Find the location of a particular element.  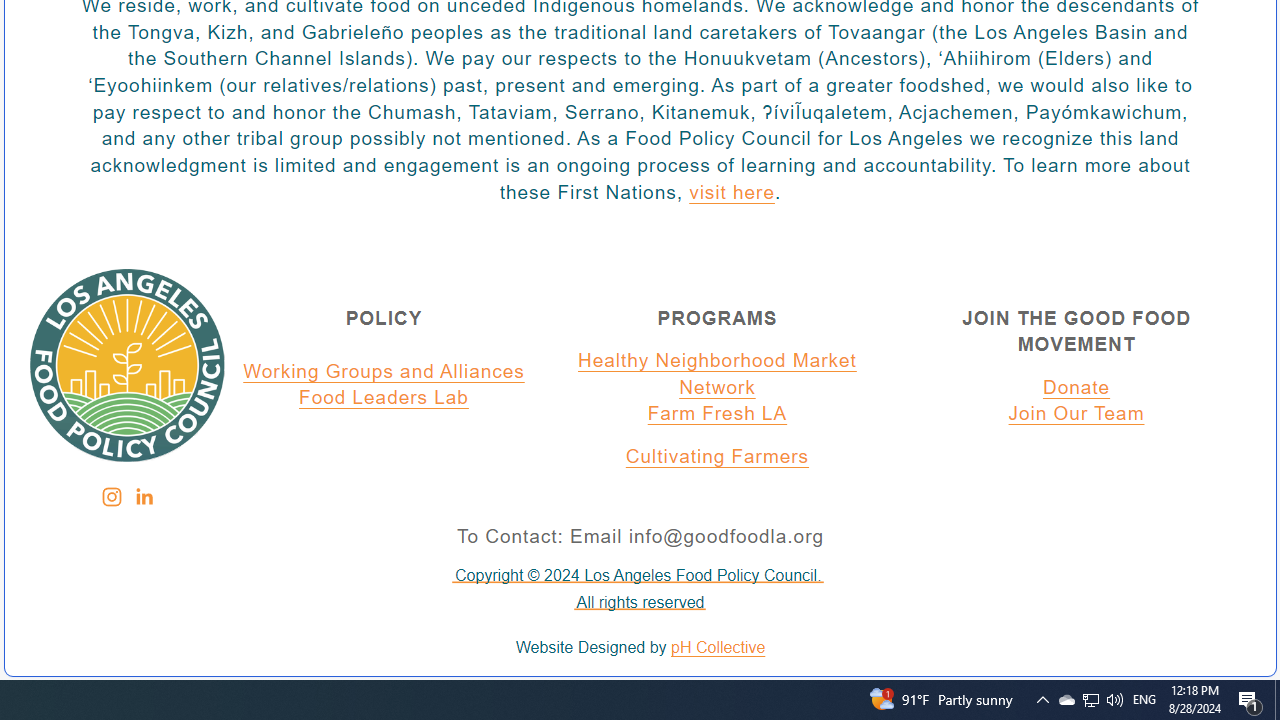

'Food Leaders Lab' is located at coordinates (384, 399).